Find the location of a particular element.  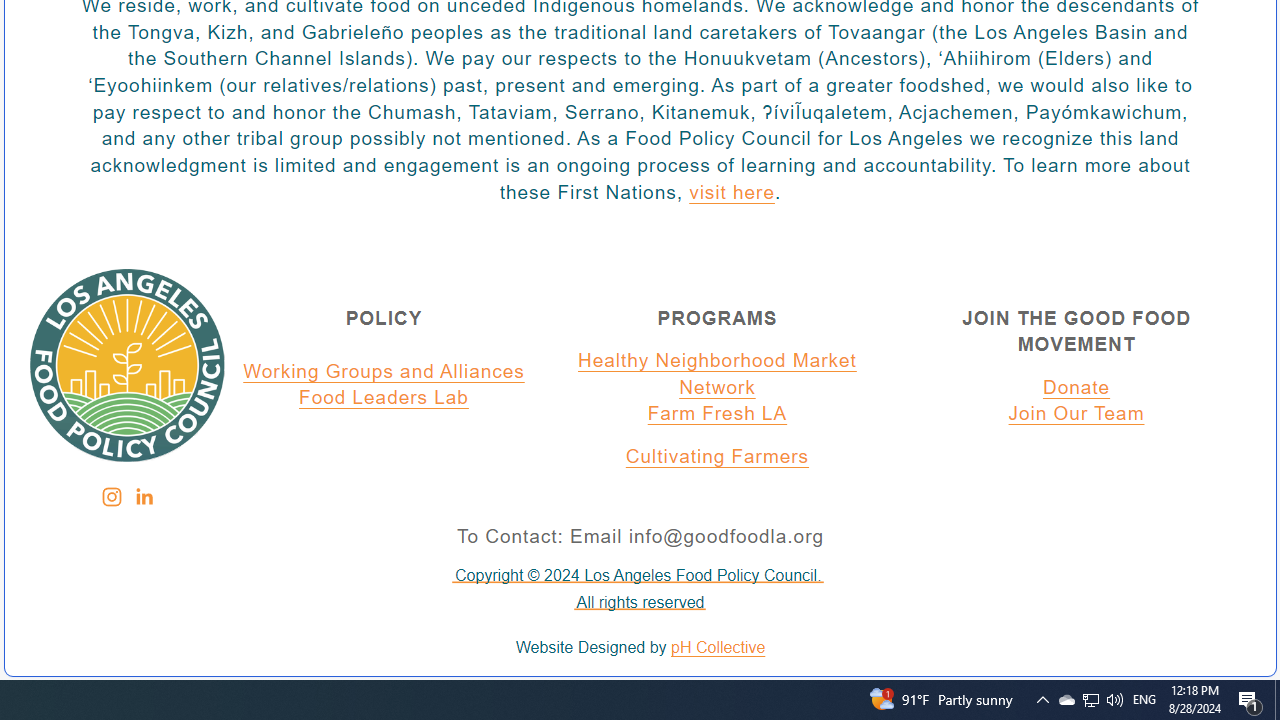

'Food Leaders Lab' is located at coordinates (384, 399).